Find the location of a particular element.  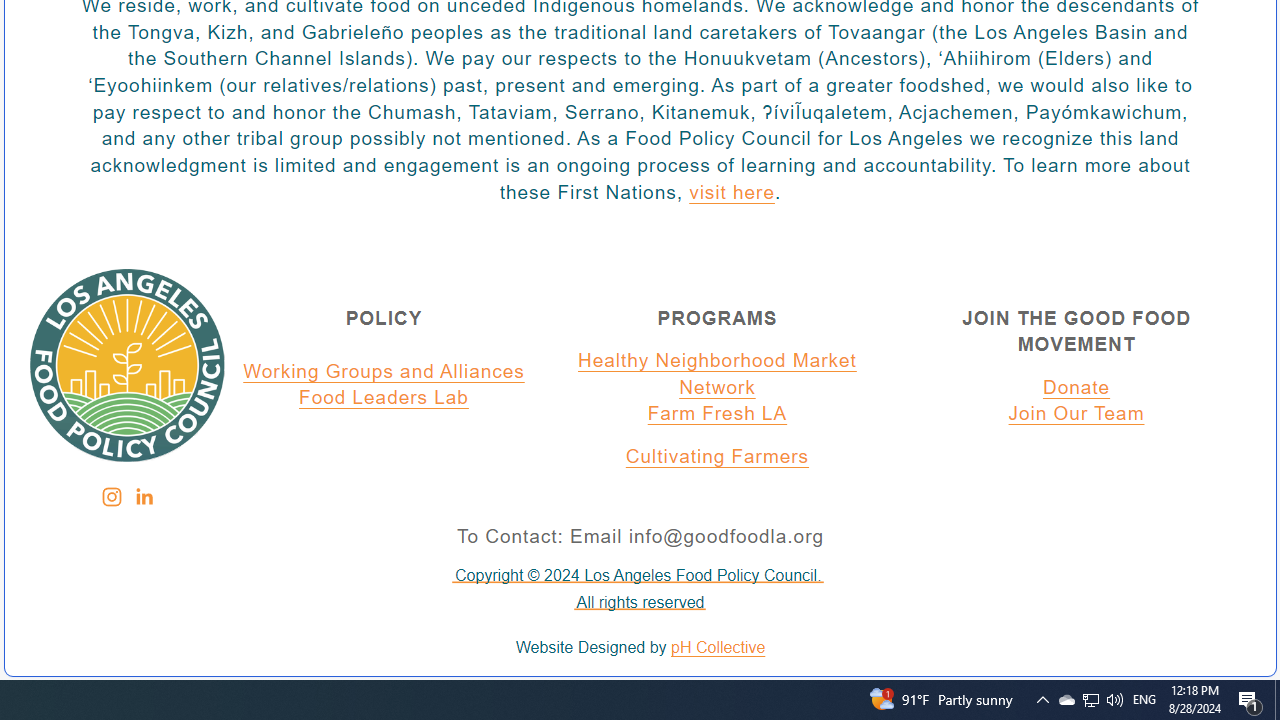

'Food Leaders Lab' is located at coordinates (384, 399).